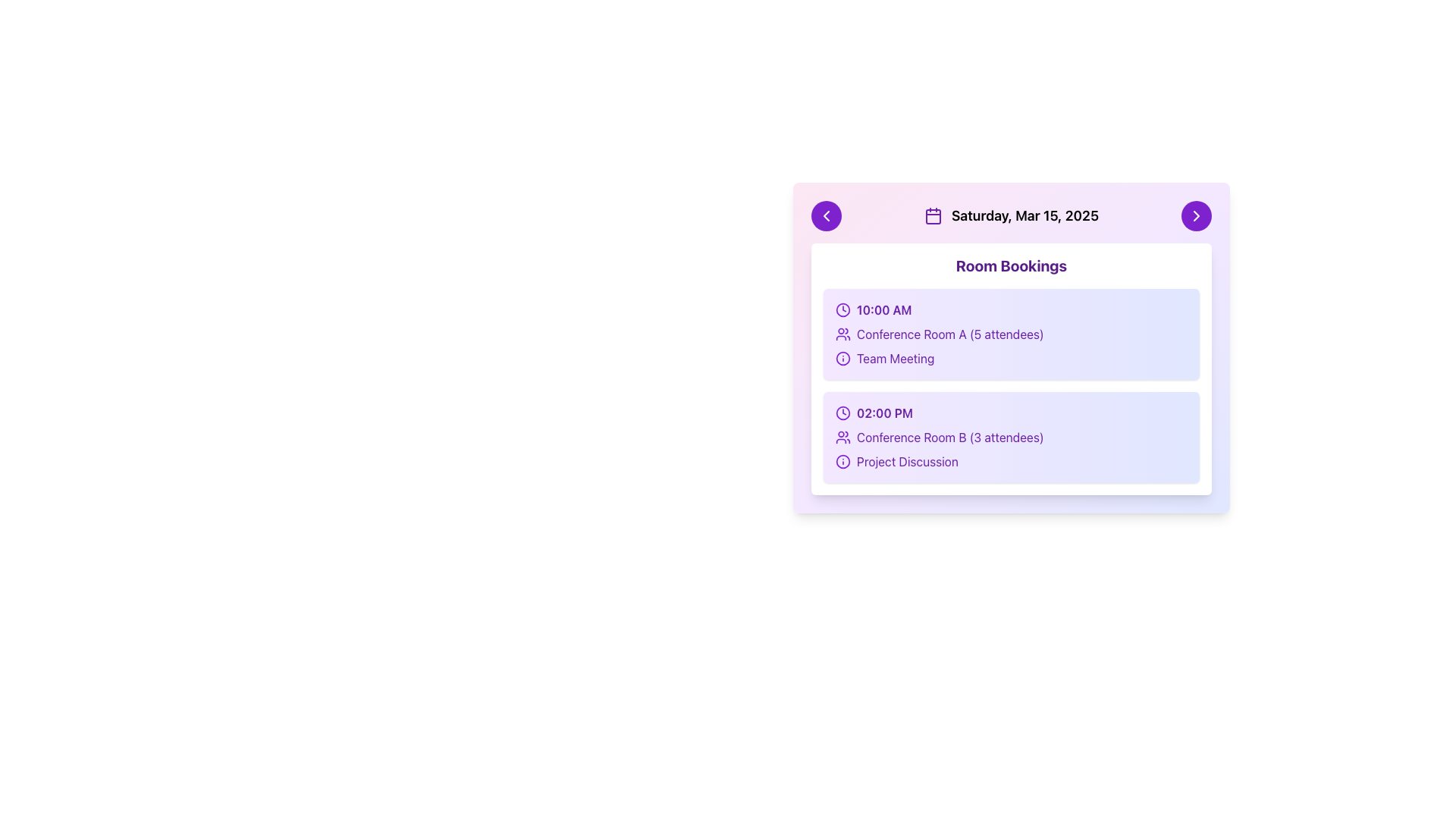  I want to click on the SVG Icon that provides additional cues about the 'Project Discussion' entry, located to the left of the text in the second item of the room bookings list, so click(843, 461).